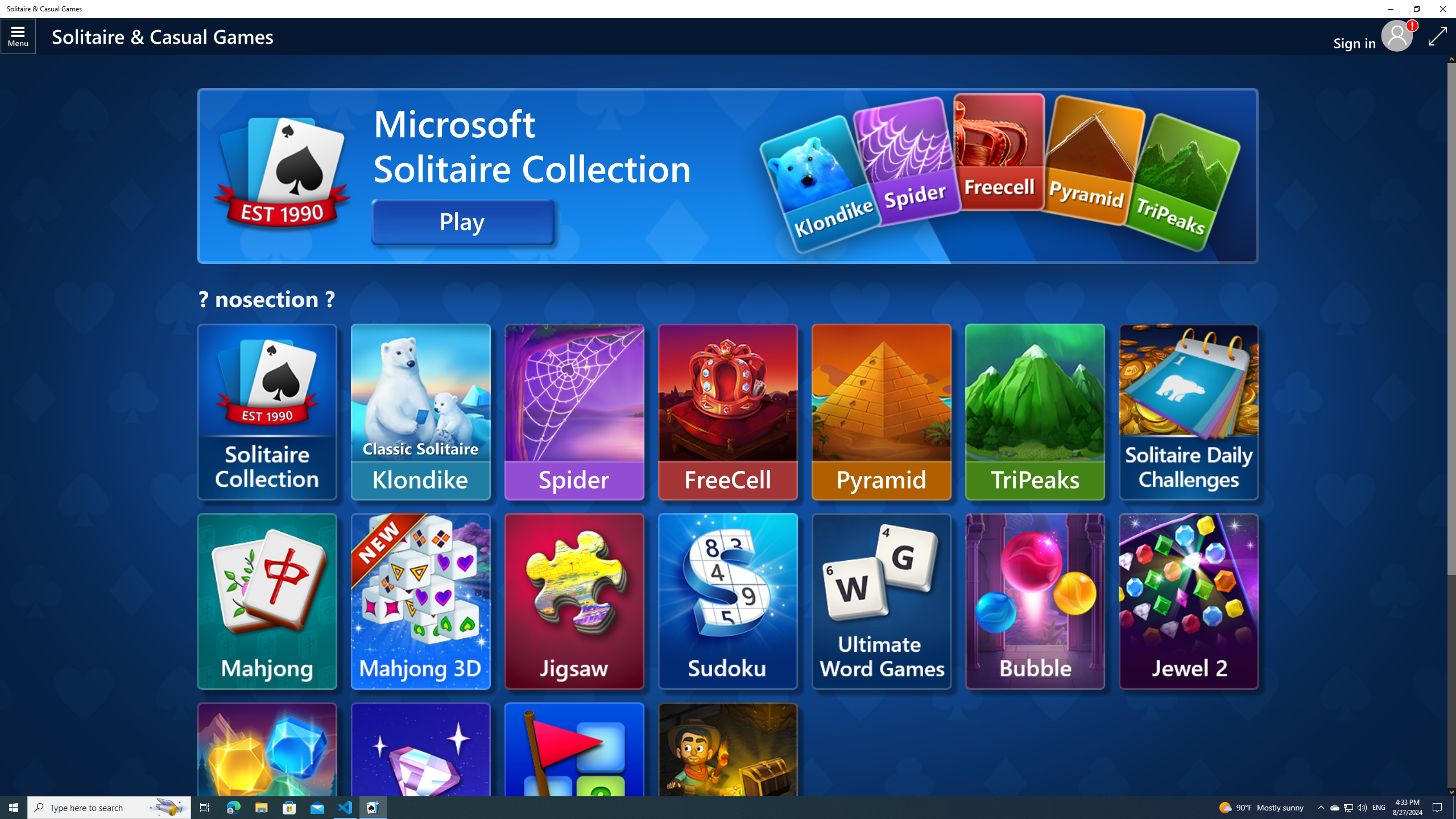 This screenshot has height=819, width=1456. Describe the element at coordinates (573, 601) in the screenshot. I see `'Microsoft Jigsaw'` at that location.